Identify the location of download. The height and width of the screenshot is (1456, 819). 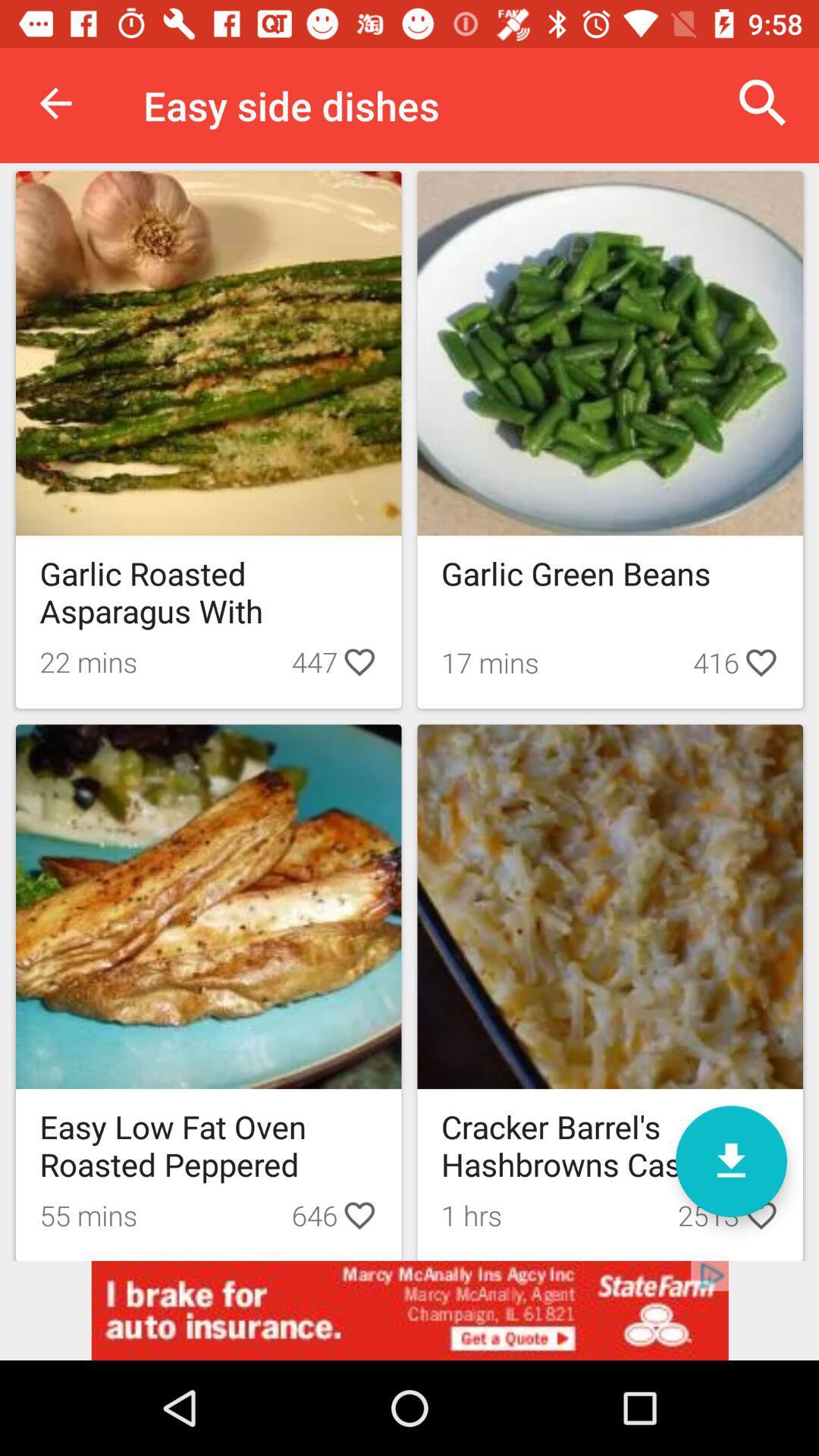
(730, 1160).